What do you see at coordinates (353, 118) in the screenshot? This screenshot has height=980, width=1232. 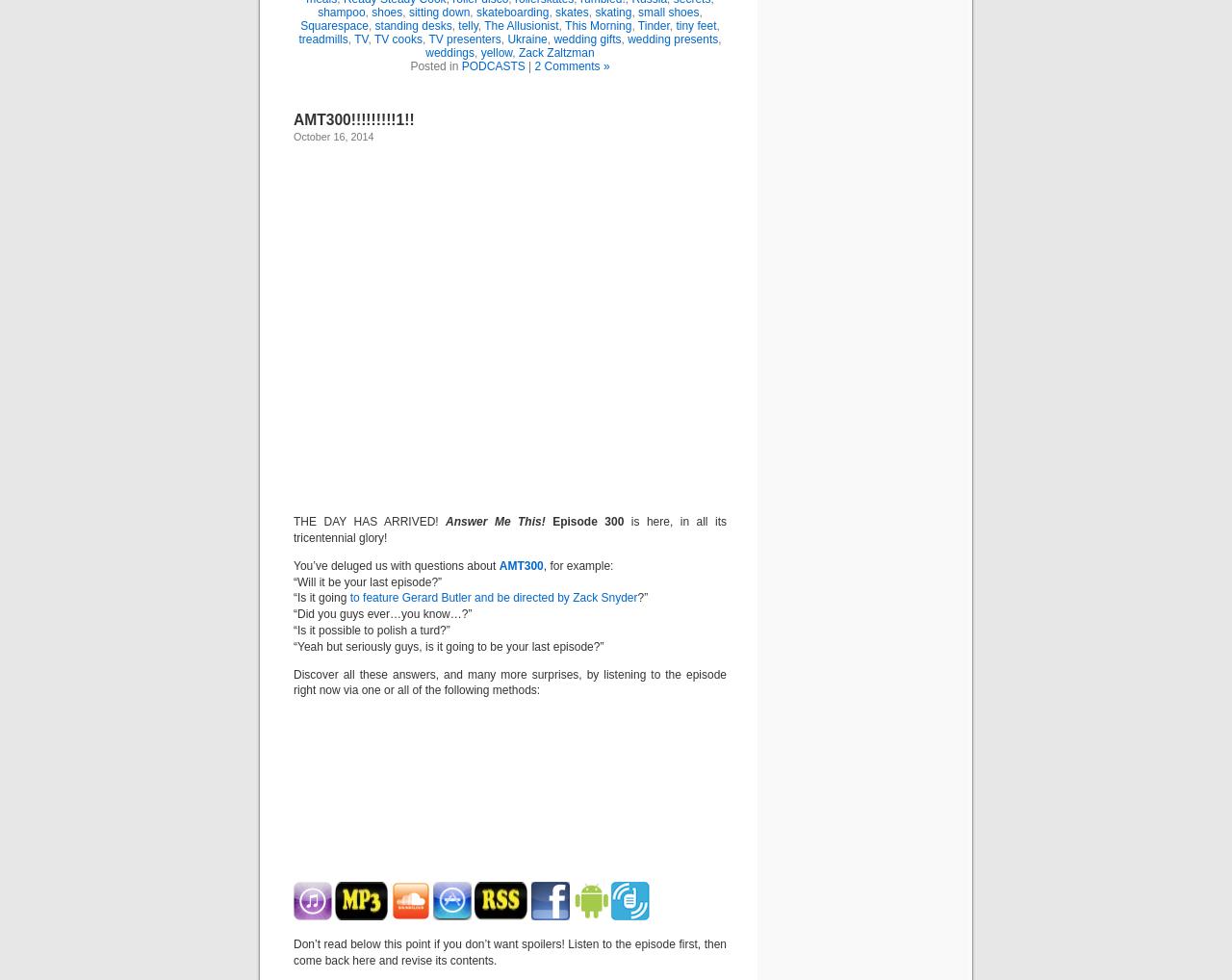 I see `'AMT300!!!!!!!!!1!!'` at bounding box center [353, 118].